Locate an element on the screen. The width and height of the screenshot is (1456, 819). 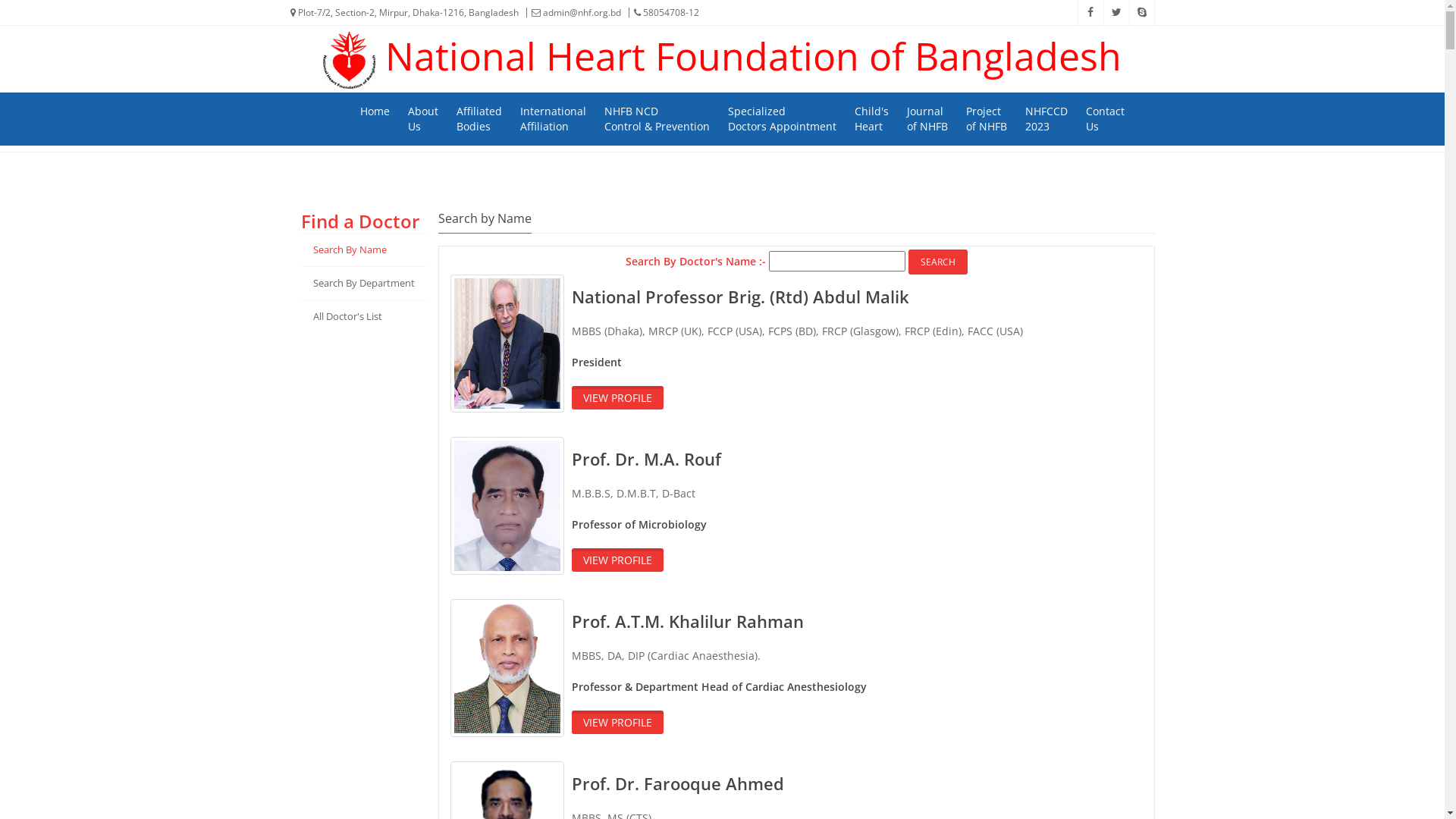
'admin@nhf.org.bd' is located at coordinates (570, 12).